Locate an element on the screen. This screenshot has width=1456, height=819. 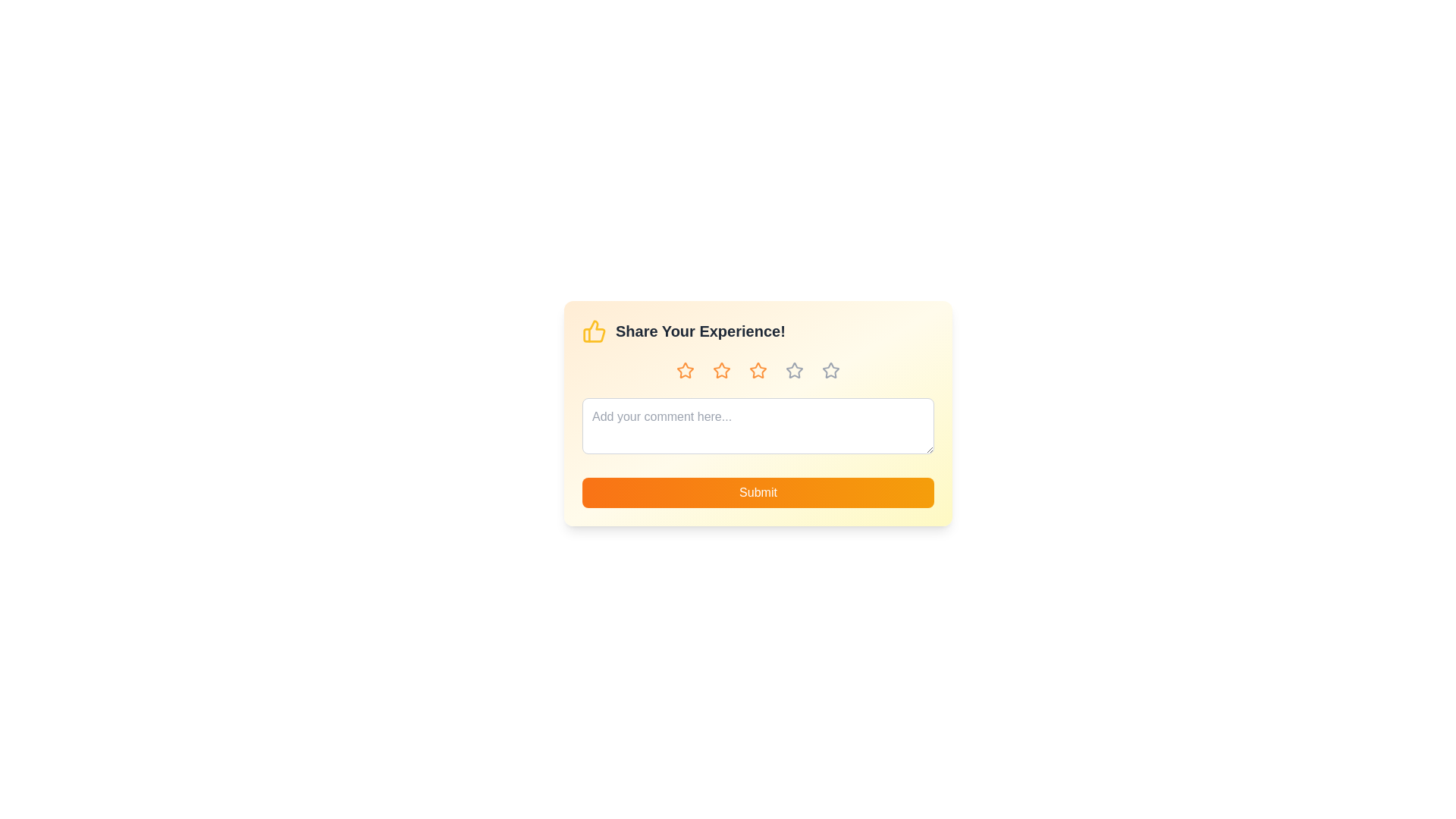
the rating to 5 stars by clicking on the respective star is located at coordinates (830, 371).